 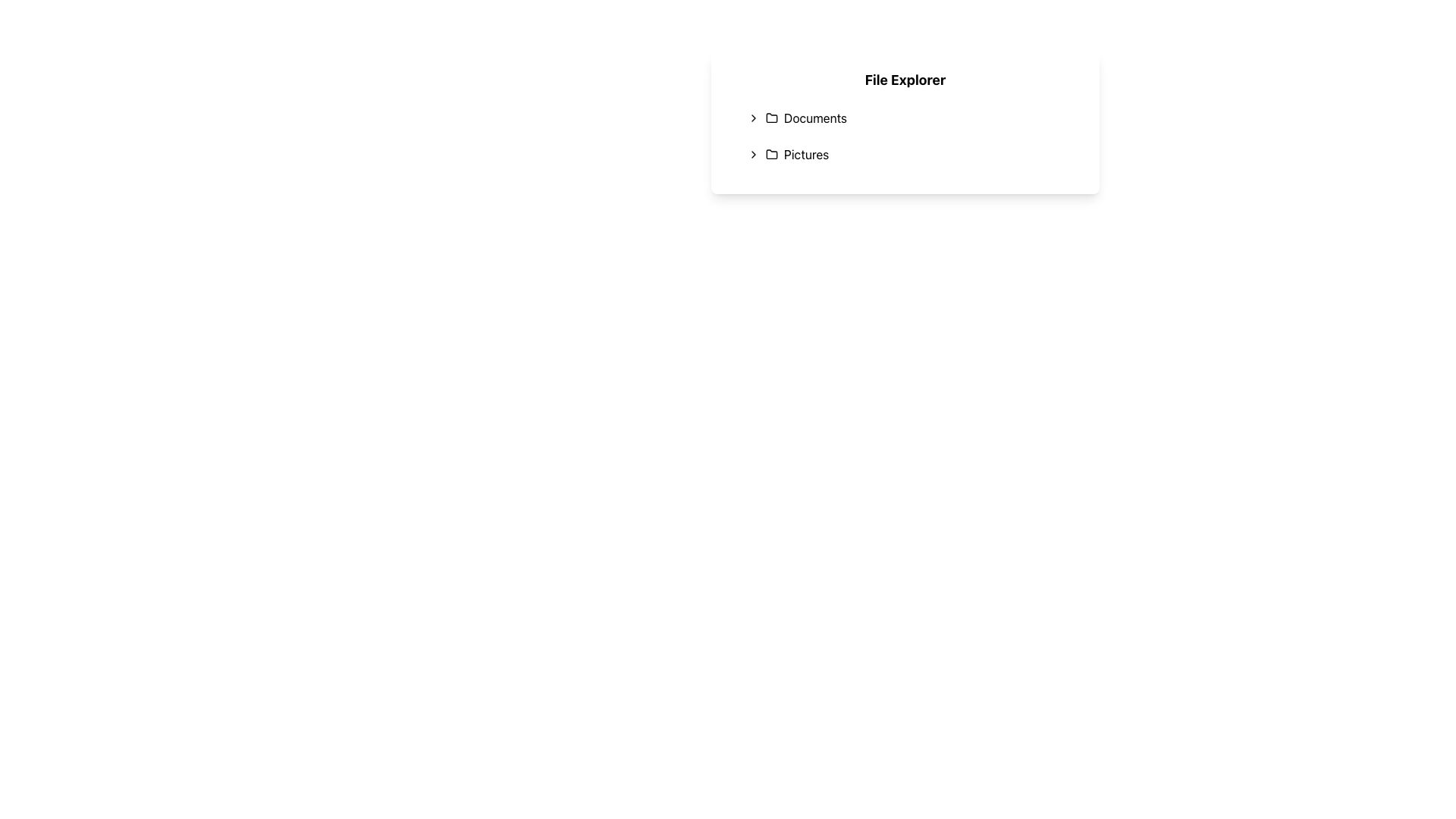 I want to click on the 'Documents' folder icon, so click(x=771, y=116).